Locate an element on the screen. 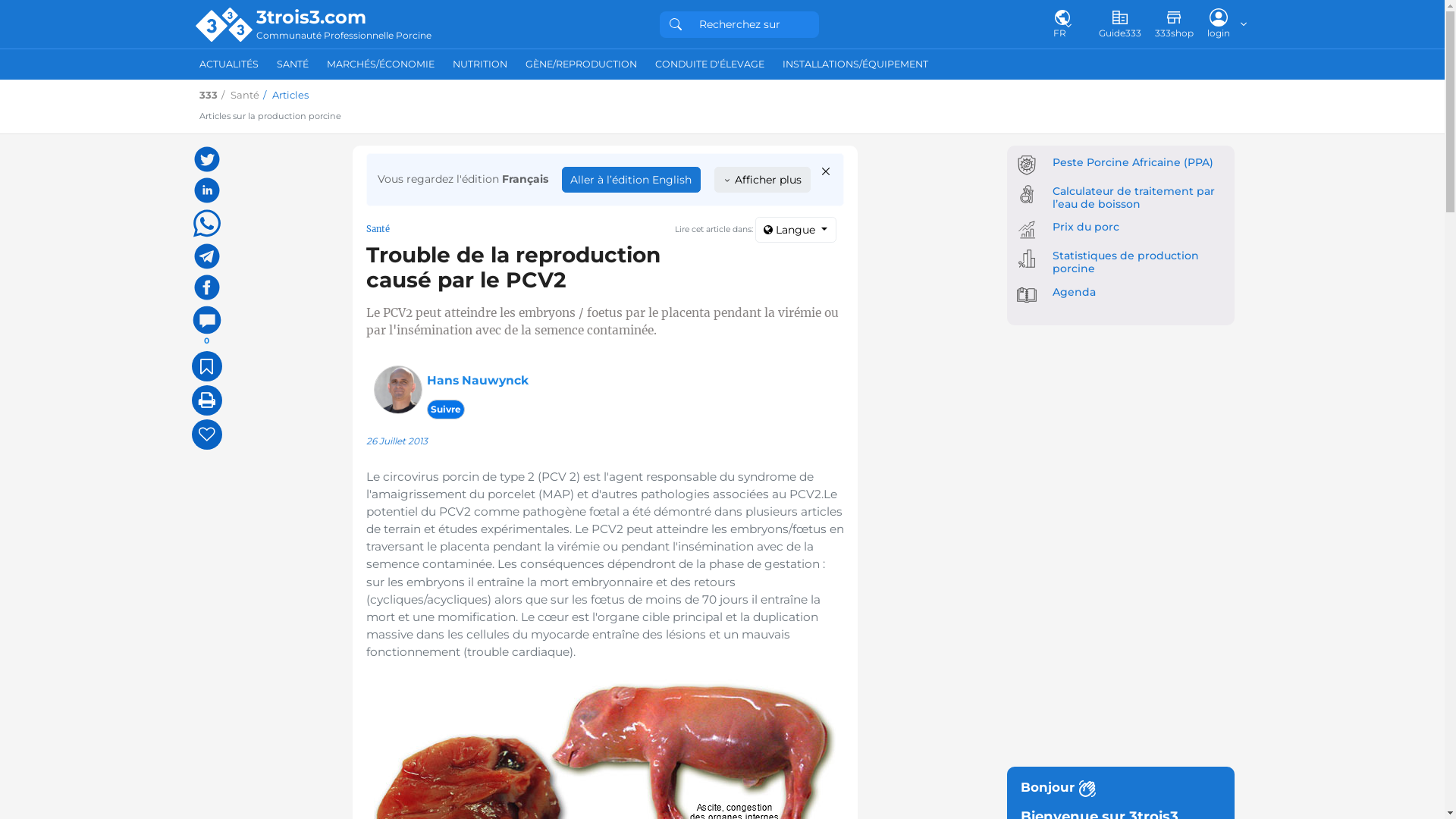 Image resolution: width=1456 pixels, height=819 pixels. 'FR' is located at coordinates (1061, 24).